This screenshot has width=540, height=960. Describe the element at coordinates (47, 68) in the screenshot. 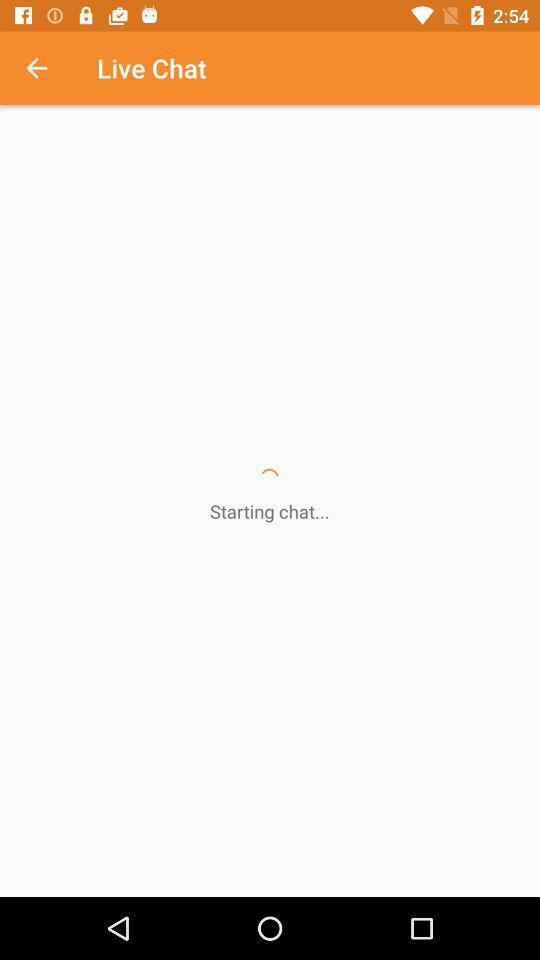

I see `the icon next to the live chat icon` at that location.